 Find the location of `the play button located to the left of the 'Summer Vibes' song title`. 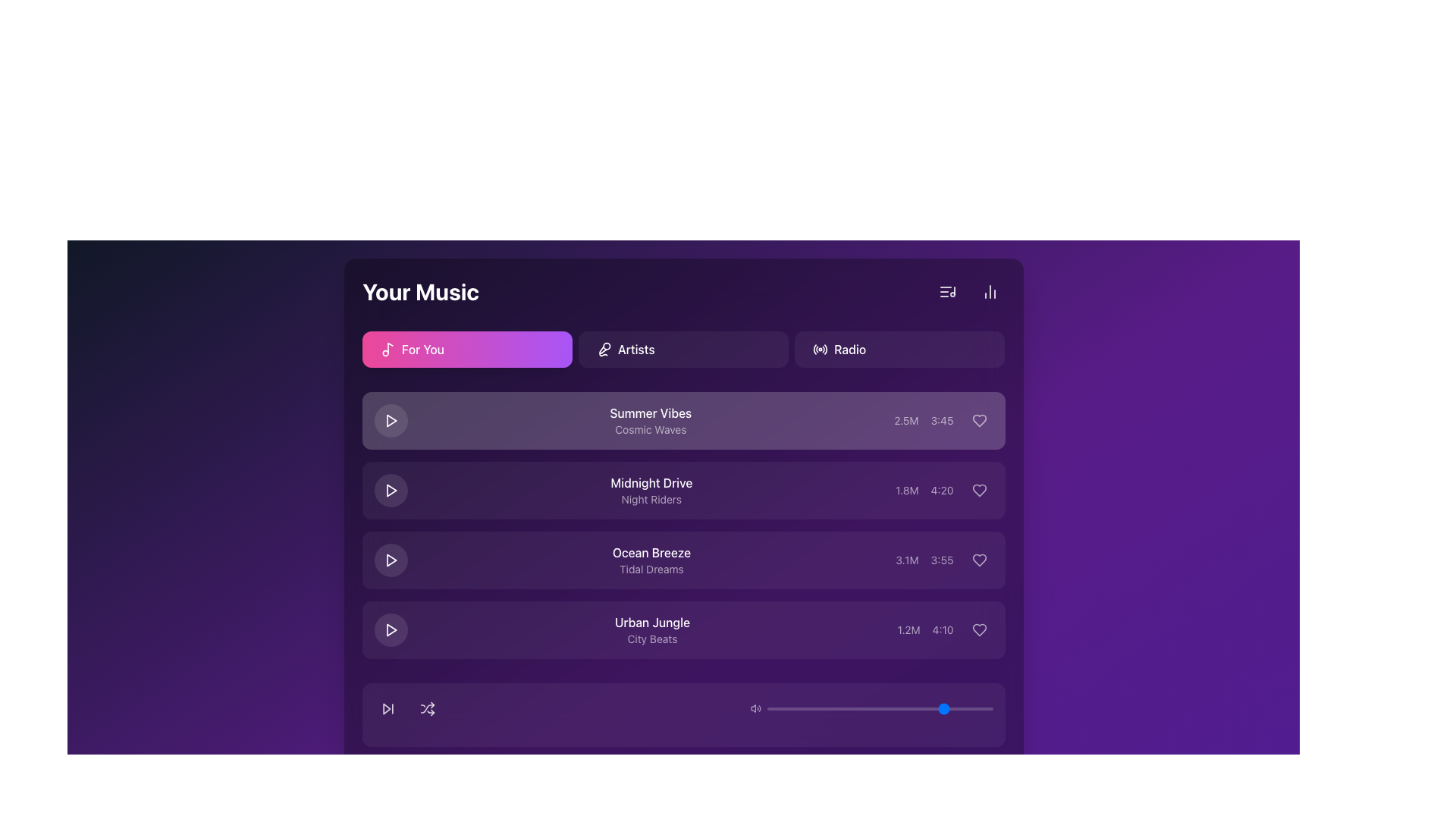

the play button located to the left of the 'Summer Vibes' song title is located at coordinates (391, 421).